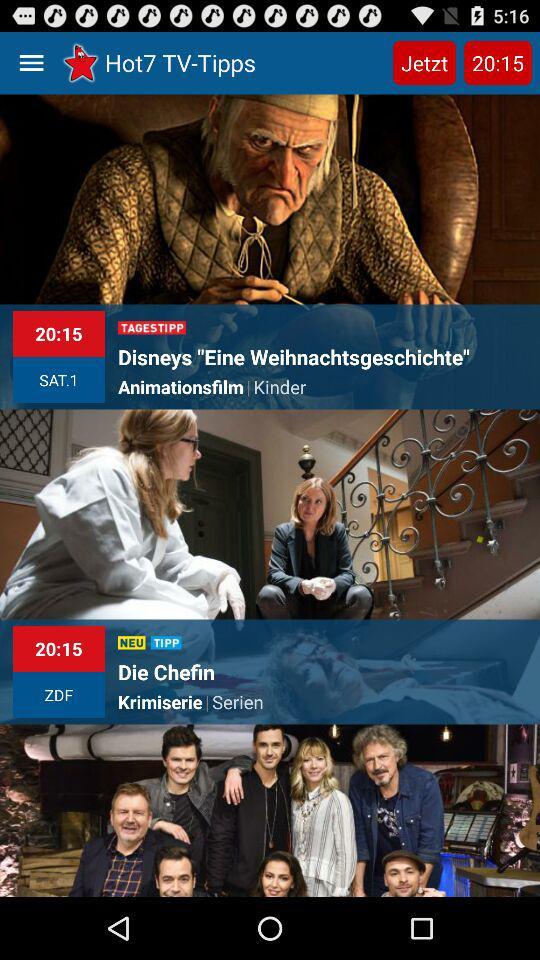  I want to click on jetzt button, so click(423, 62).